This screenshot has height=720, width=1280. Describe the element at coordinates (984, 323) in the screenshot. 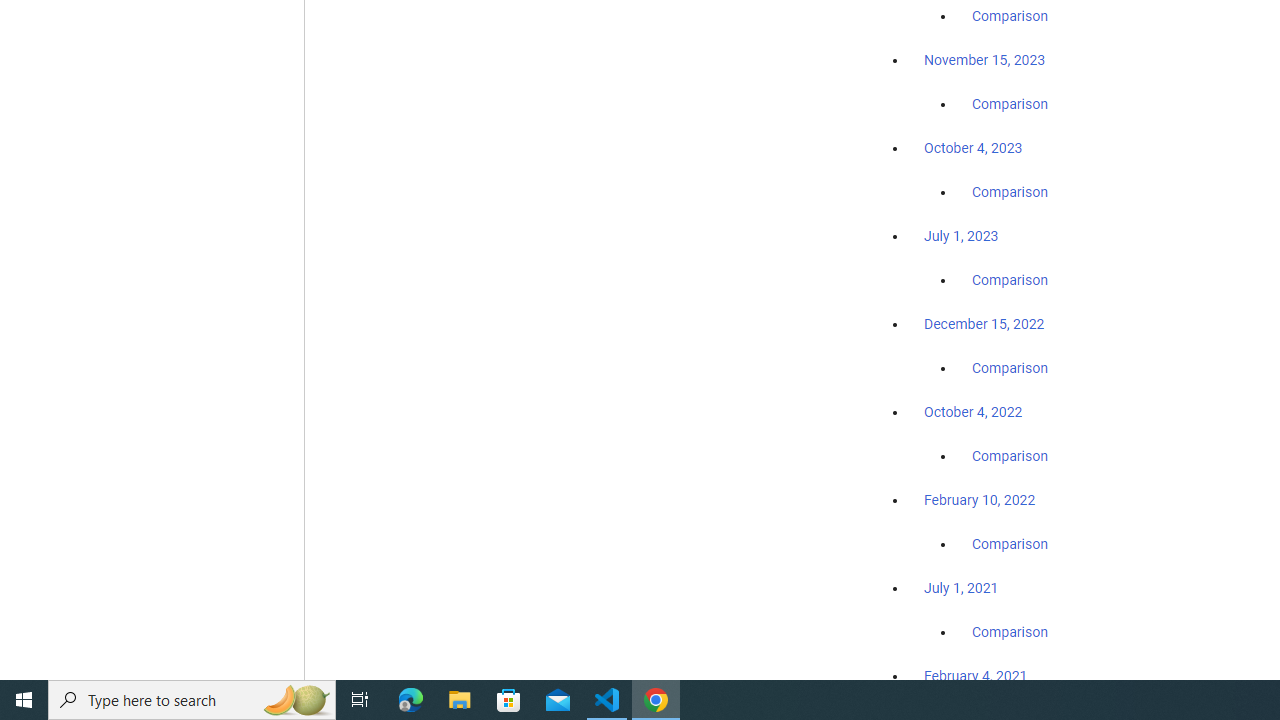

I see `'December 15, 2022'` at that location.